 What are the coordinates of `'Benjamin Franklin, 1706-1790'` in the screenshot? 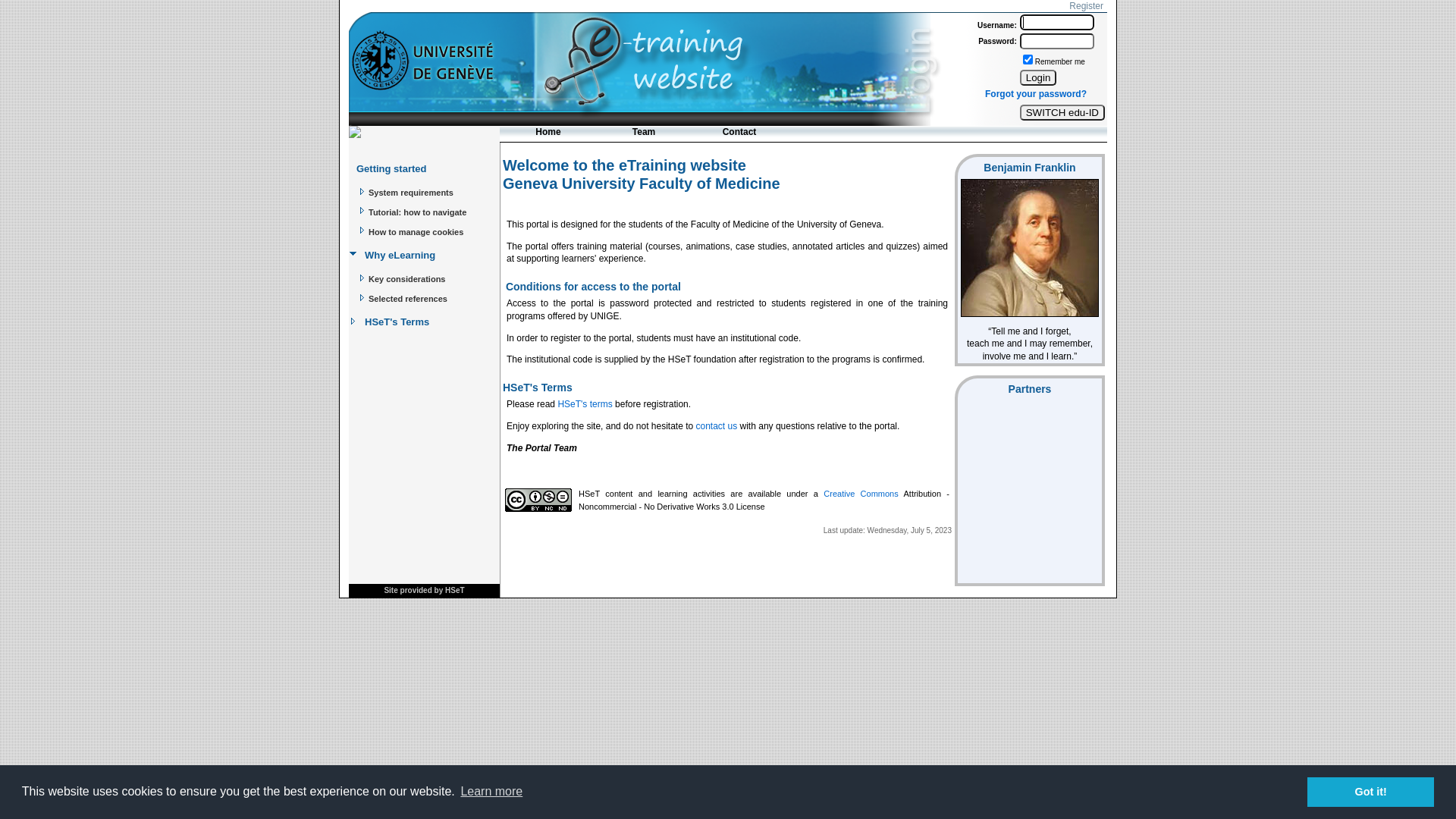 It's located at (1030, 247).